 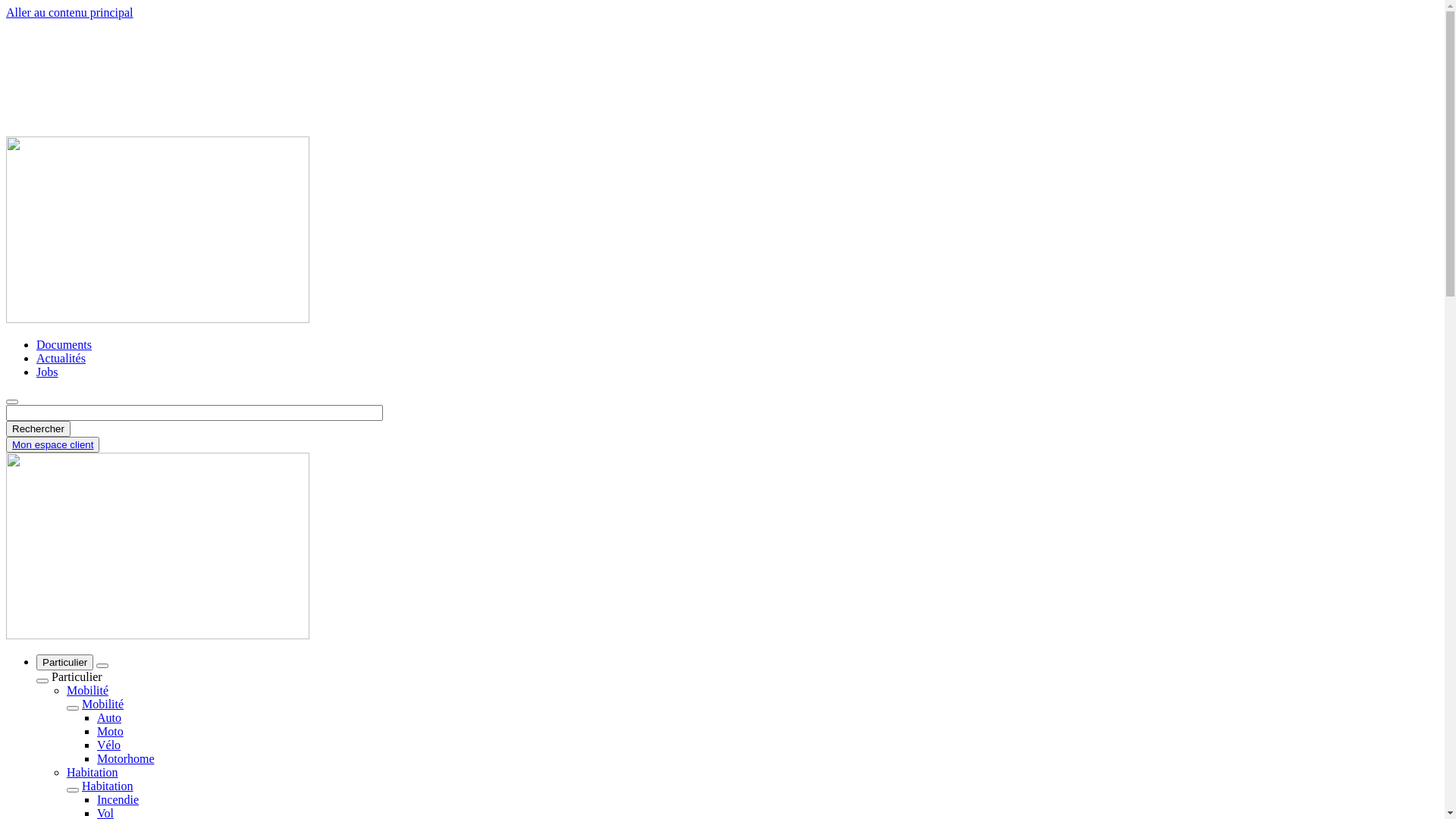 I want to click on 'Habitation', so click(x=81, y=785).